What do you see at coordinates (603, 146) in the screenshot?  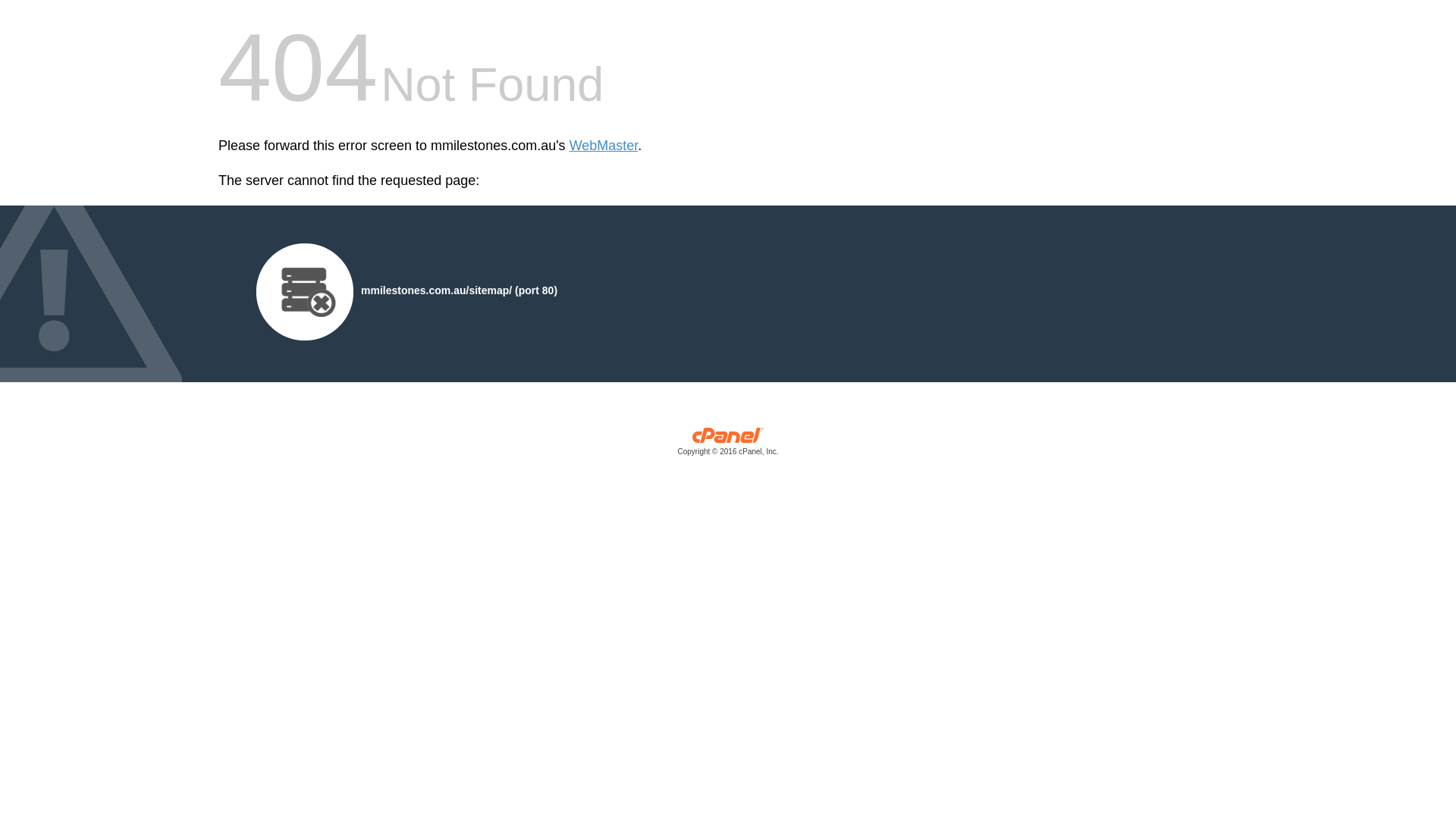 I see `'WebMaster'` at bounding box center [603, 146].